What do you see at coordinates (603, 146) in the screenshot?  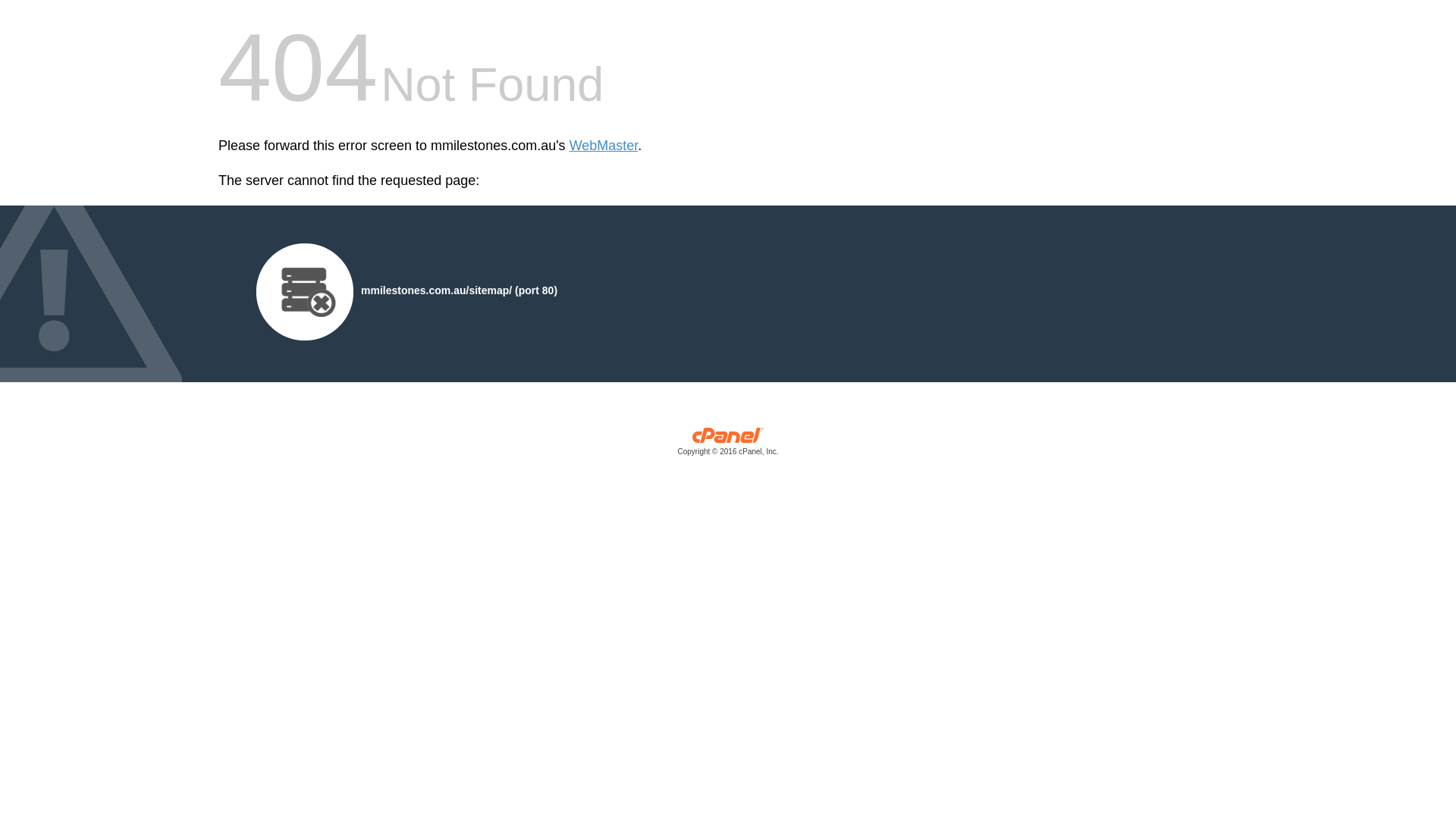 I see `'WebMaster'` at bounding box center [603, 146].